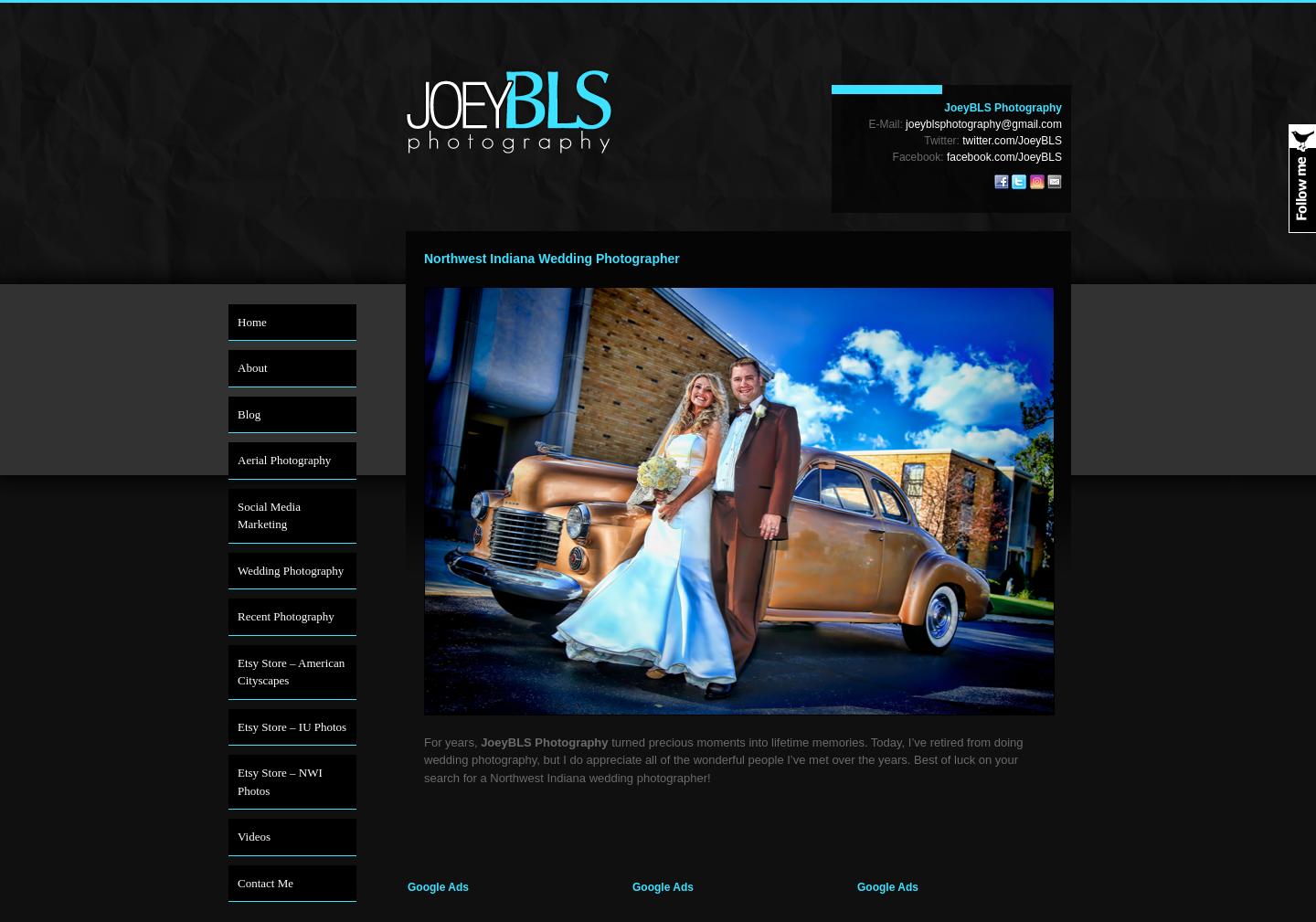 This screenshot has height=922, width=1316. I want to click on 'Facebook:', so click(918, 156).